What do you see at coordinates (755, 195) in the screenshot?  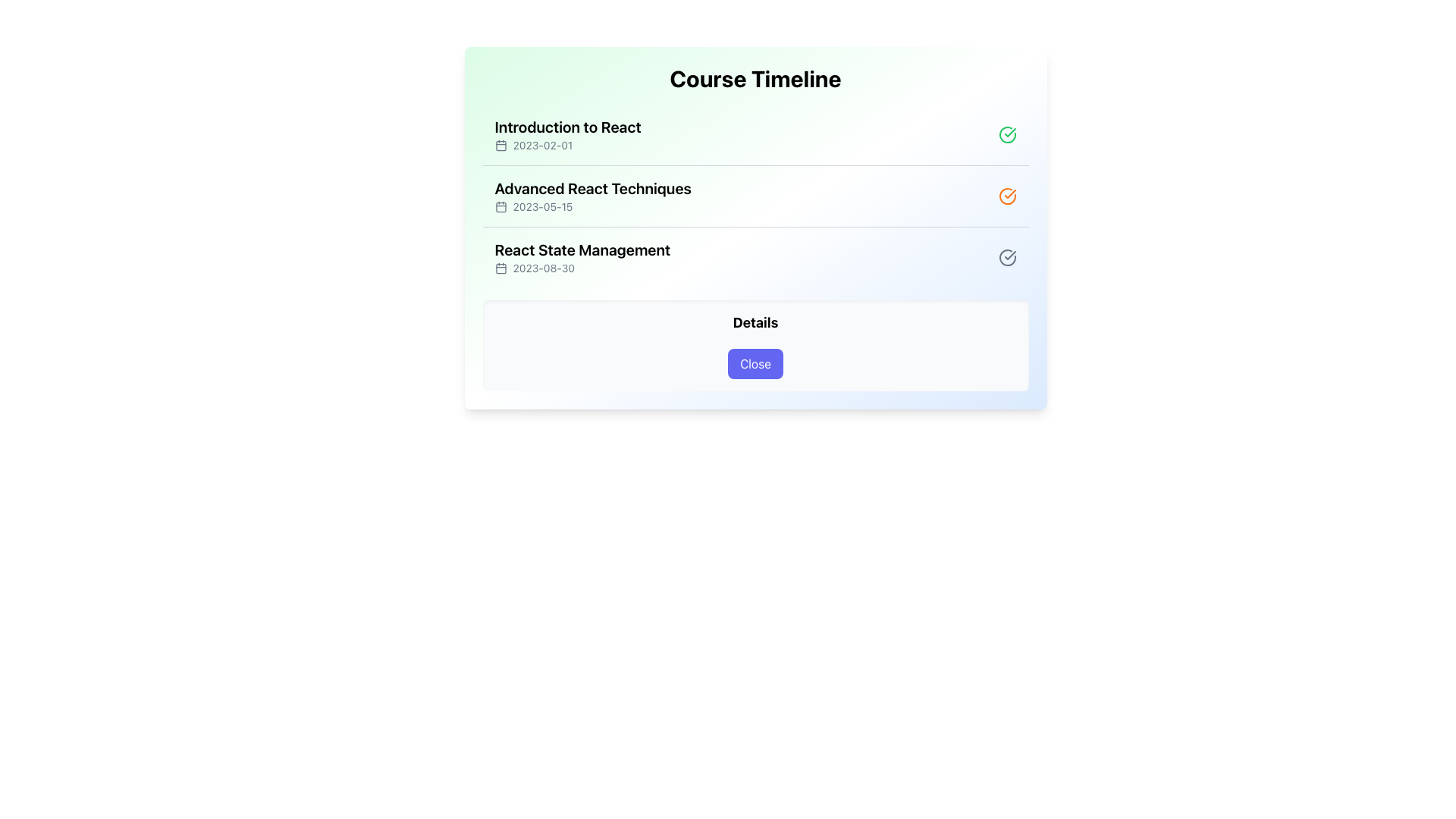 I see `the second List Item element in the 'Course Timeline' which displays the title 'Advanced React Techniques'` at bounding box center [755, 195].